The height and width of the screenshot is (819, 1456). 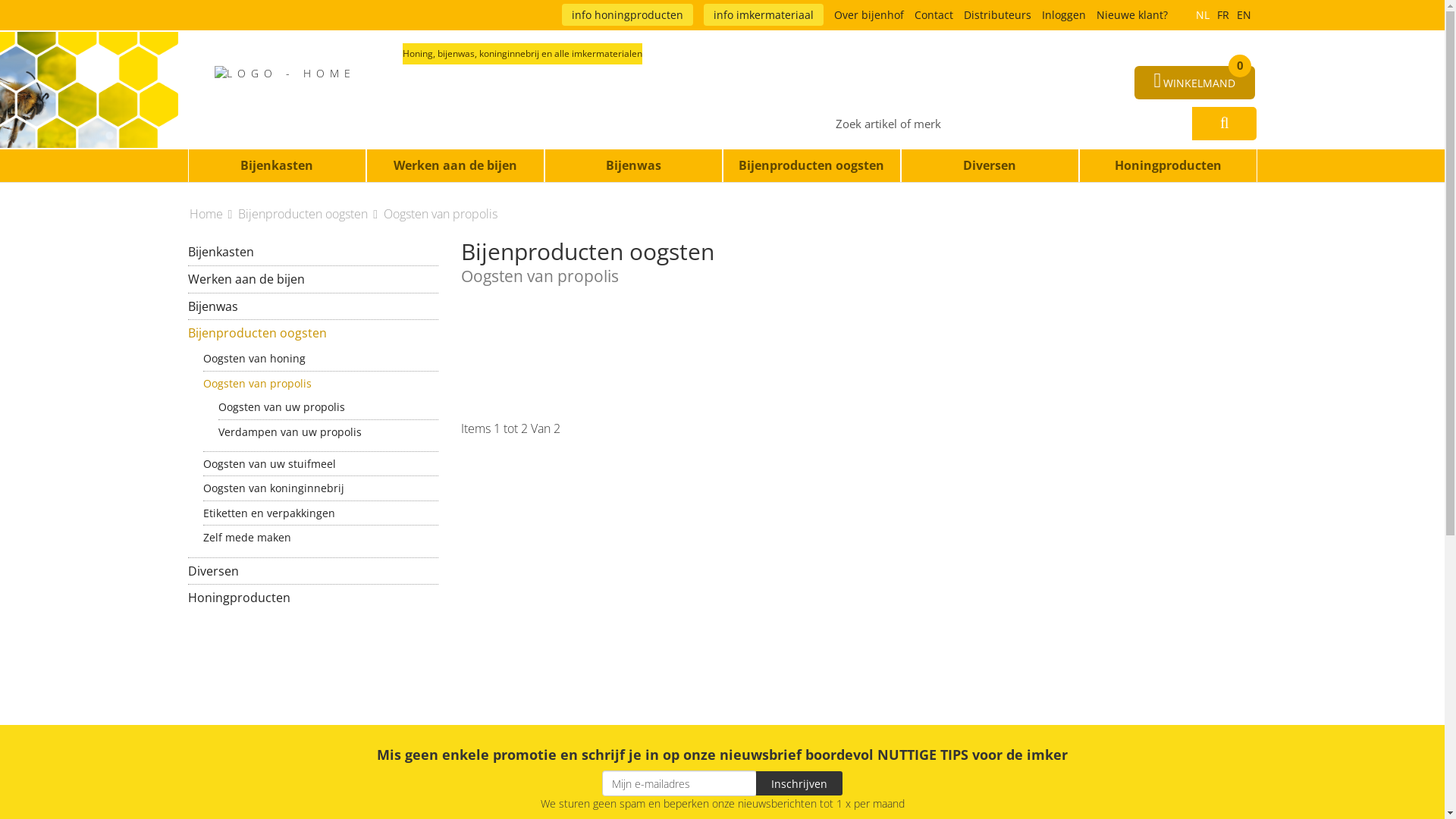 I want to click on 'EN', so click(x=1244, y=15).